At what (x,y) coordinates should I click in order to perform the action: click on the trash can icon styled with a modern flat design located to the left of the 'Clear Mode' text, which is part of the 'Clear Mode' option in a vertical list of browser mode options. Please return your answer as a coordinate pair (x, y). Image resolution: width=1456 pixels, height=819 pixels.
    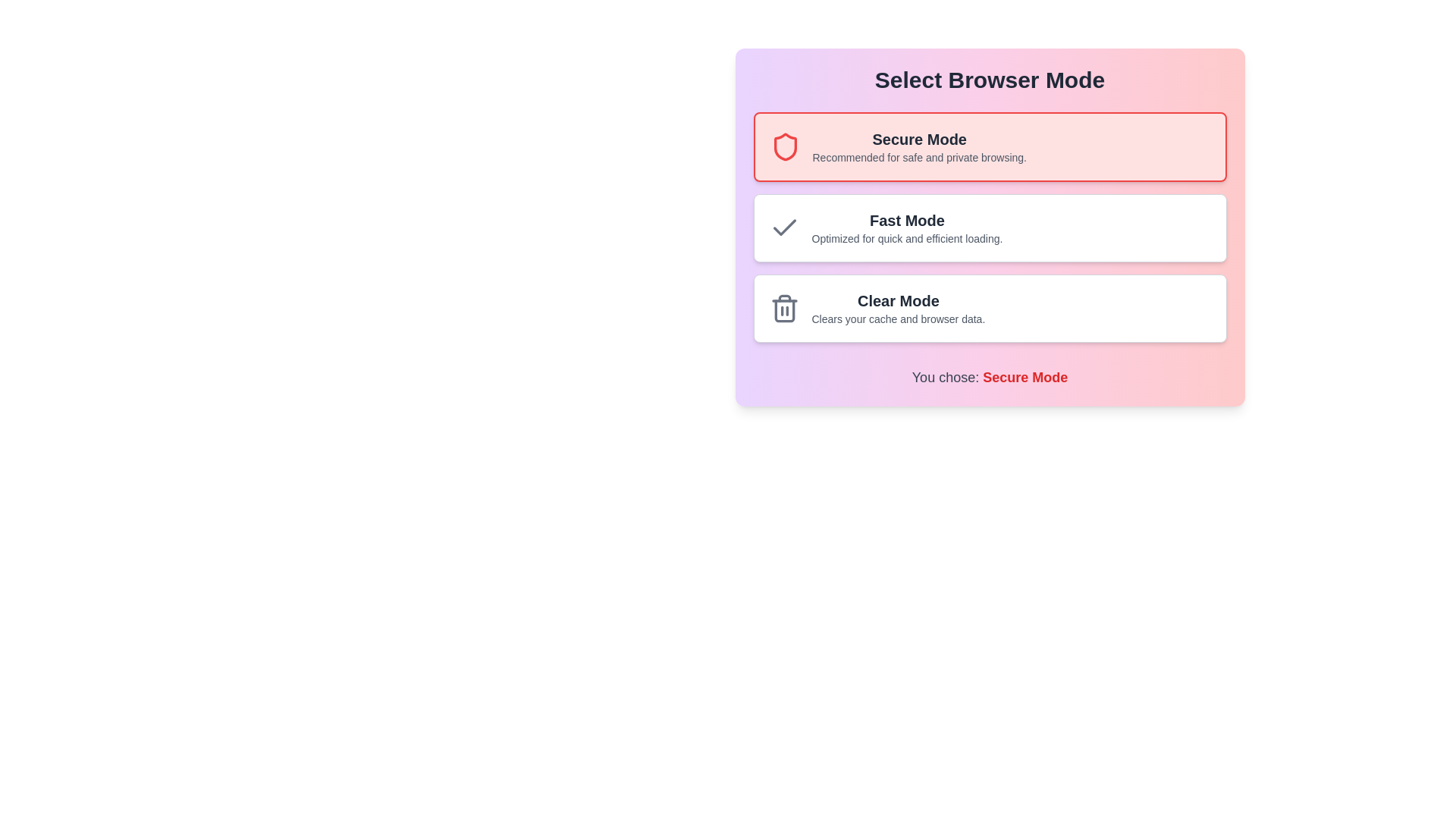
    Looking at the image, I should click on (784, 308).